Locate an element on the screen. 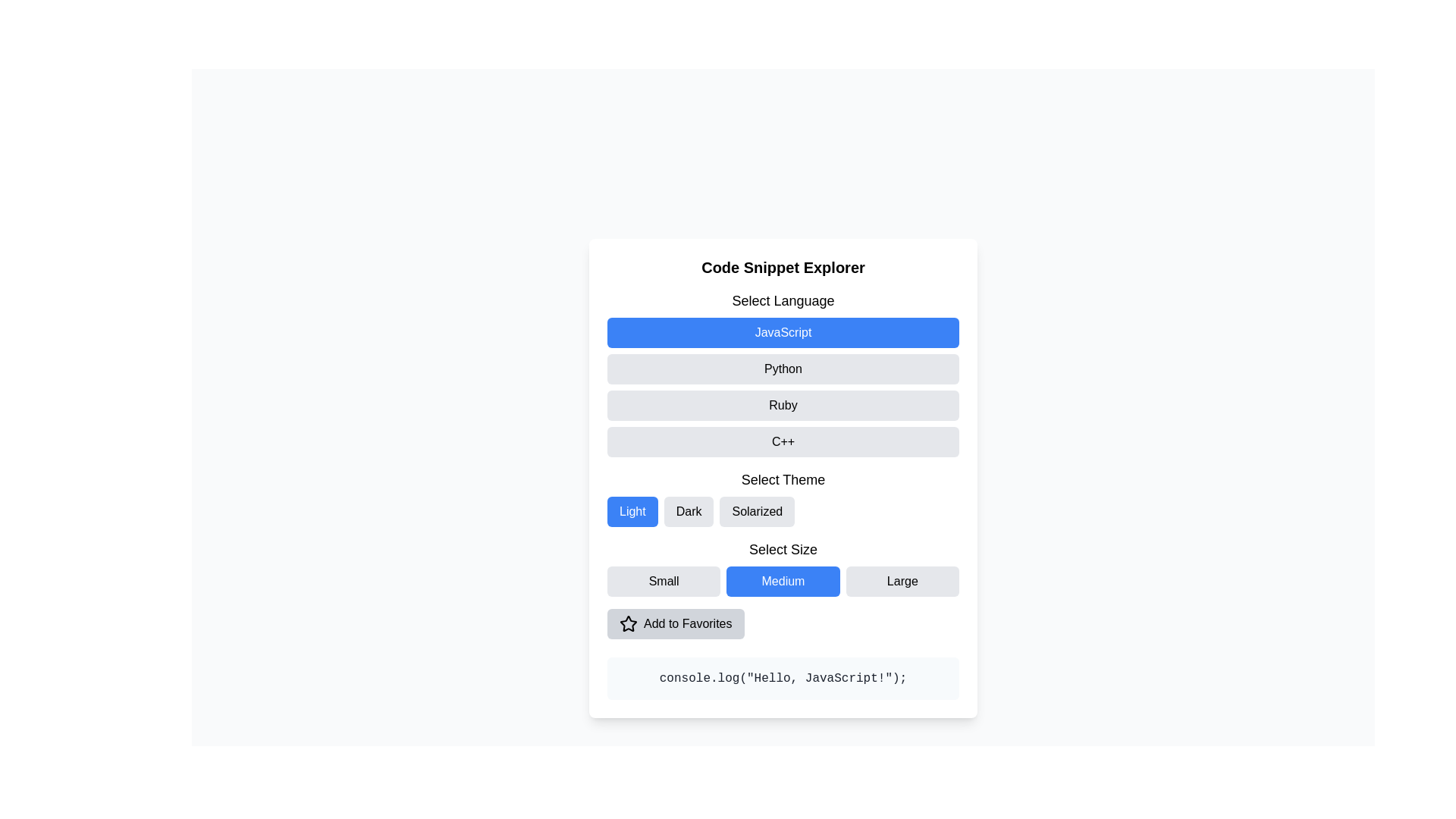 The height and width of the screenshot is (819, 1456). the 'Small' size button located under the 'Select Size' label, which is the first button in a horizontal group of three size options is located at coordinates (664, 581).